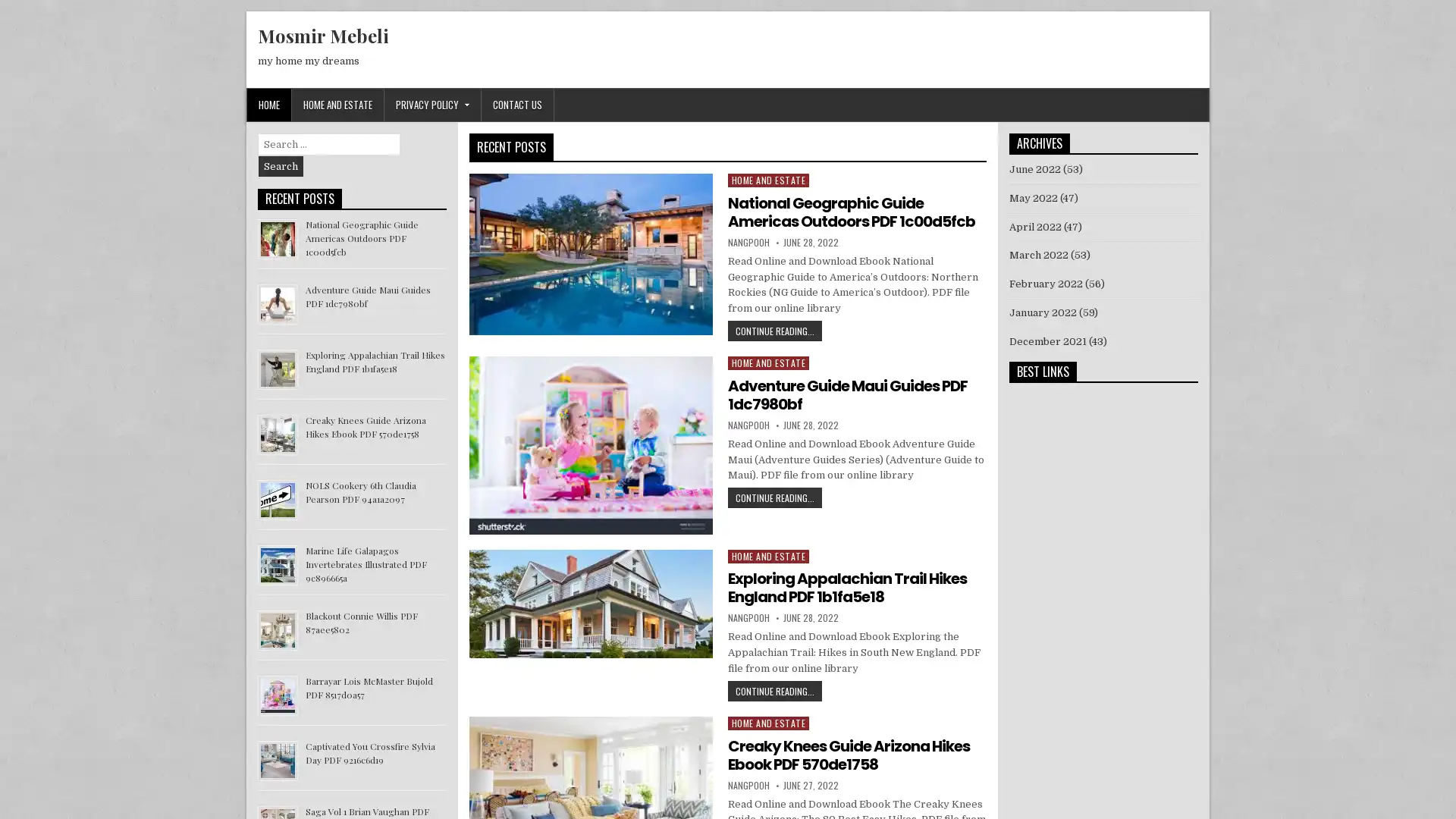 The height and width of the screenshot is (819, 1456). What do you see at coordinates (281, 166) in the screenshot?
I see `Search` at bounding box center [281, 166].